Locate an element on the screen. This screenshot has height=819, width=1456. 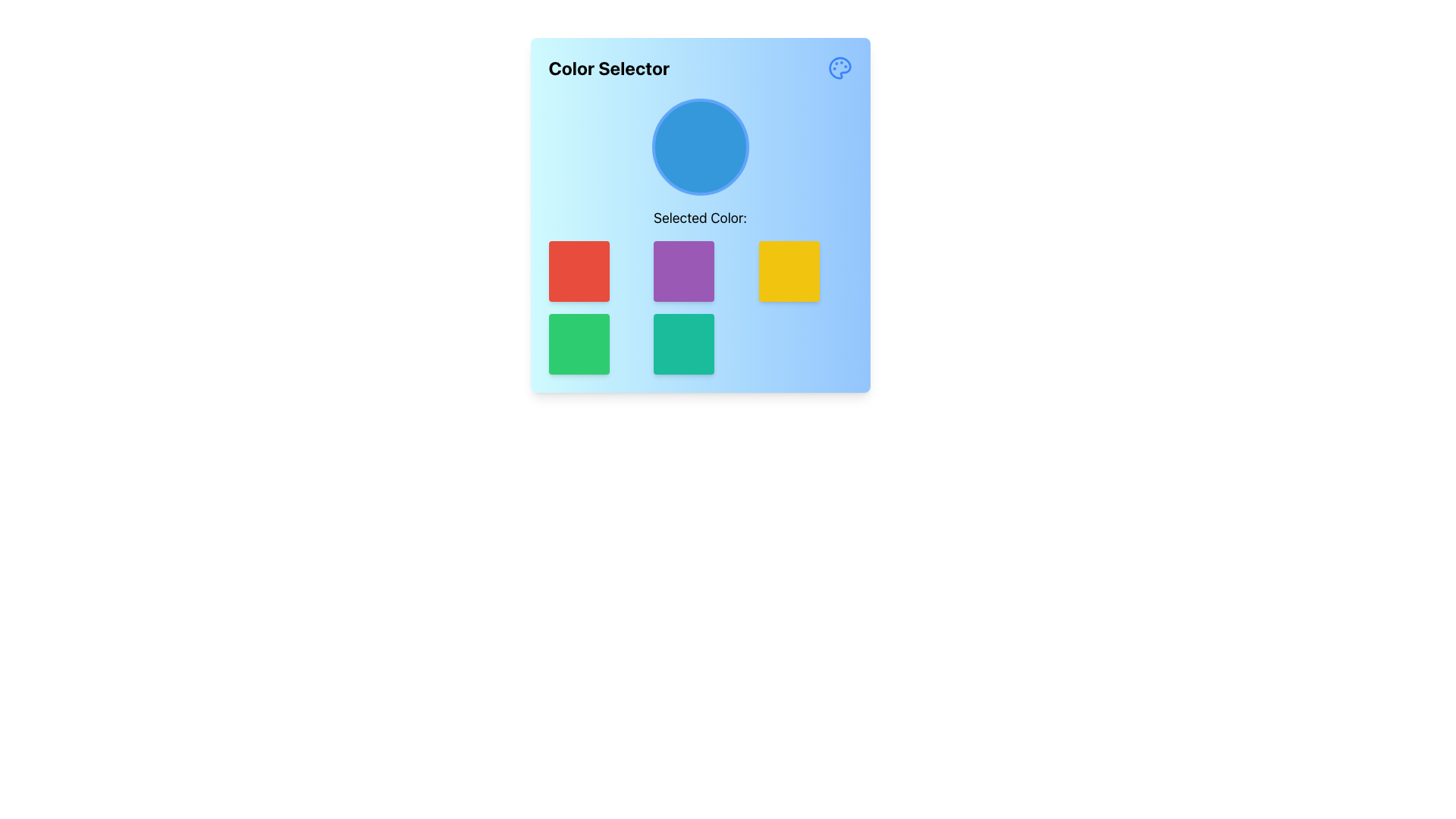
the Interactive color selection block in the first row and first column of the color palette is located at coordinates (578, 271).